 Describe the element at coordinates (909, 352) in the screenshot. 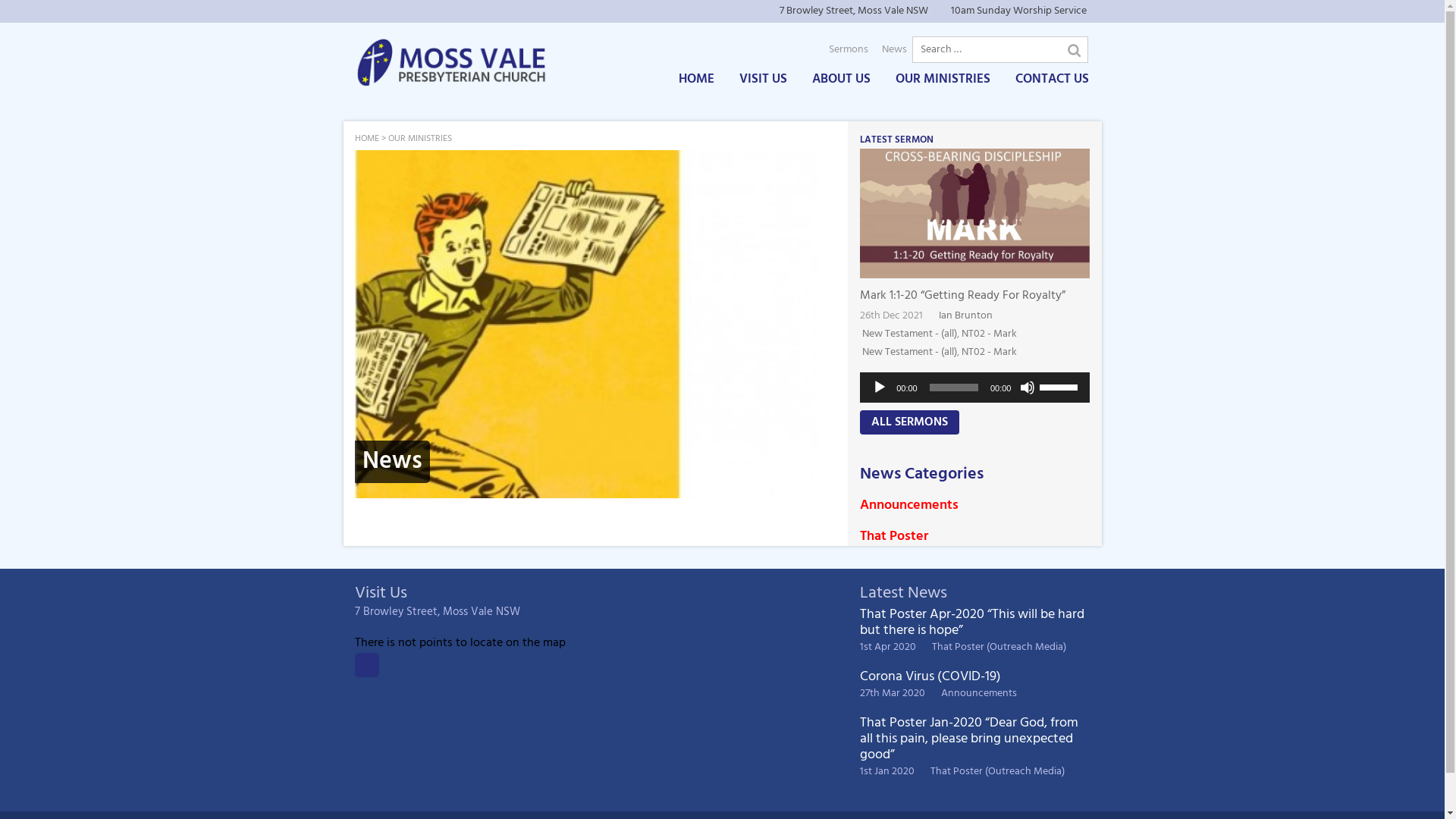

I see `'New Testament - (all)'` at that location.